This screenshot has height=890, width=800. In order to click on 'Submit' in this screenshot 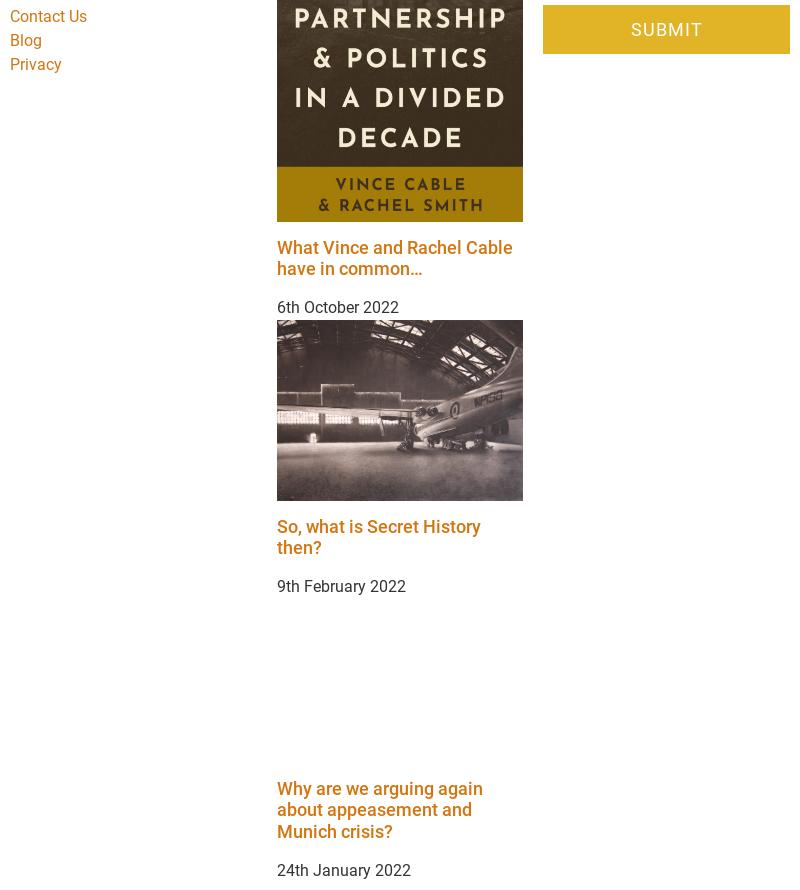, I will do `click(630, 28)`.